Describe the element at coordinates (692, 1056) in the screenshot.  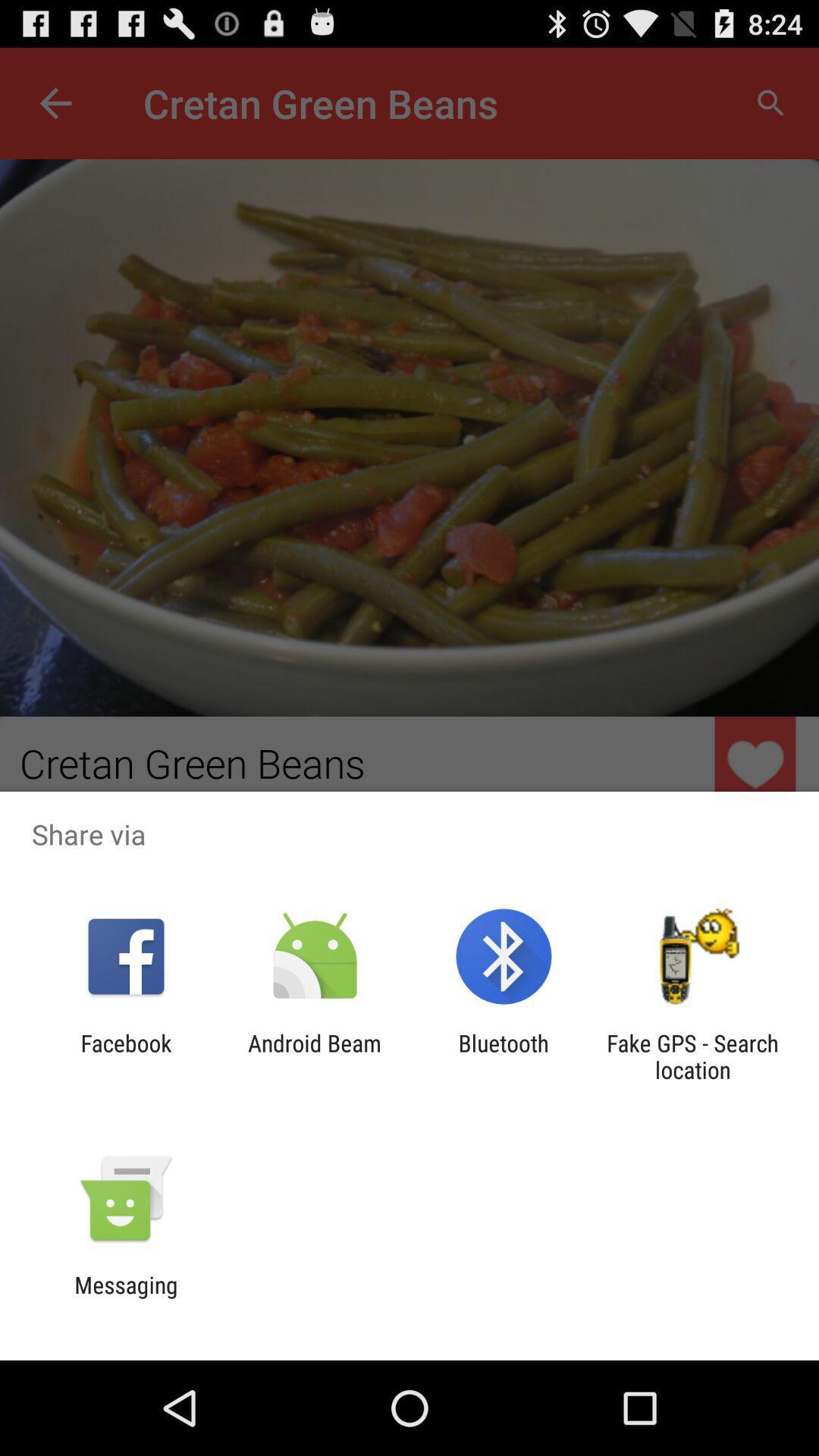
I see `the fake gps search icon` at that location.